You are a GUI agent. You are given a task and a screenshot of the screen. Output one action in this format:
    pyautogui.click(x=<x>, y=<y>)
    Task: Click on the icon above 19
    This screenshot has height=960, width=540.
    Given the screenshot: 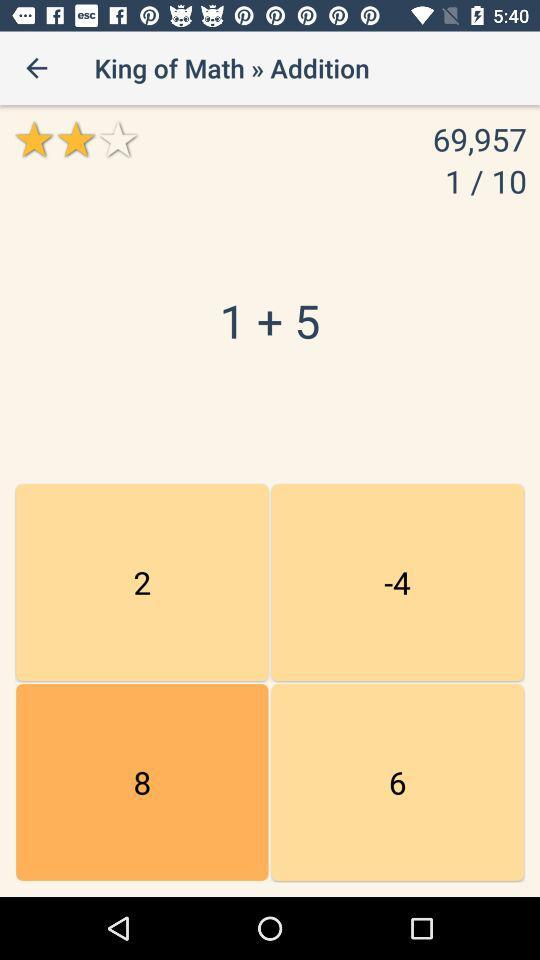 What is the action you would take?
    pyautogui.click(x=397, y=582)
    